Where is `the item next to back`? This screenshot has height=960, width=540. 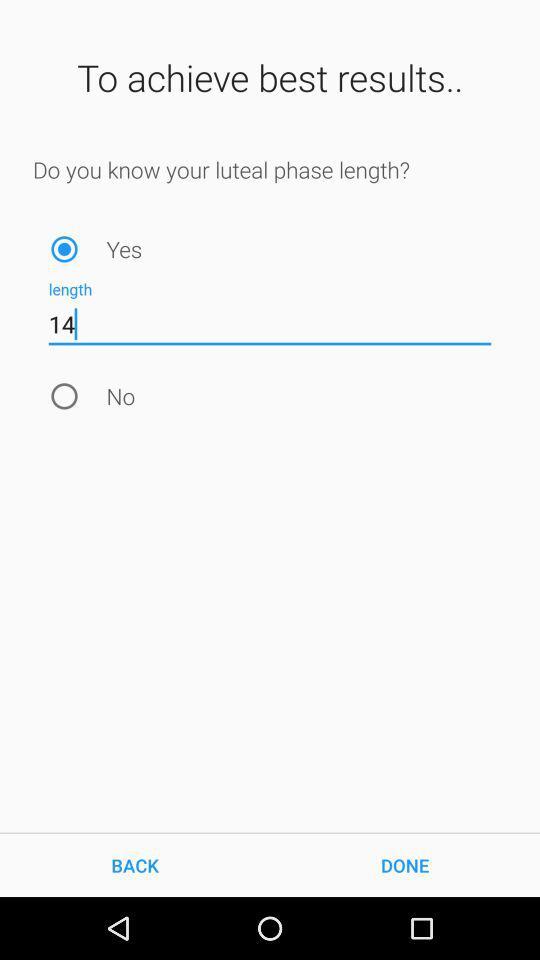 the item next to back is located at coordinates (405, 864).